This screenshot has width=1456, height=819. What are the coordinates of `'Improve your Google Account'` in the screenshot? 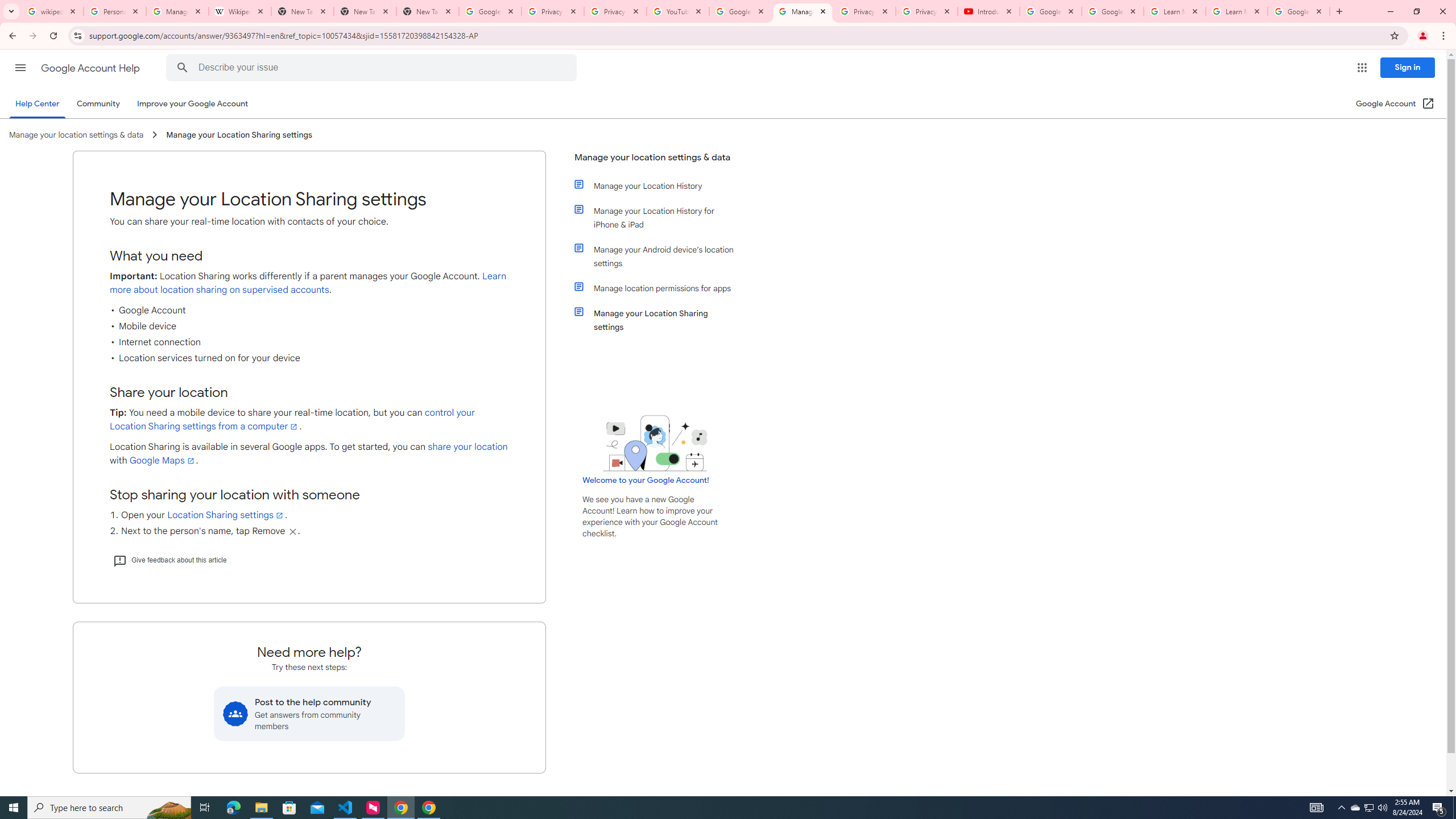 It's located at (192, 103).